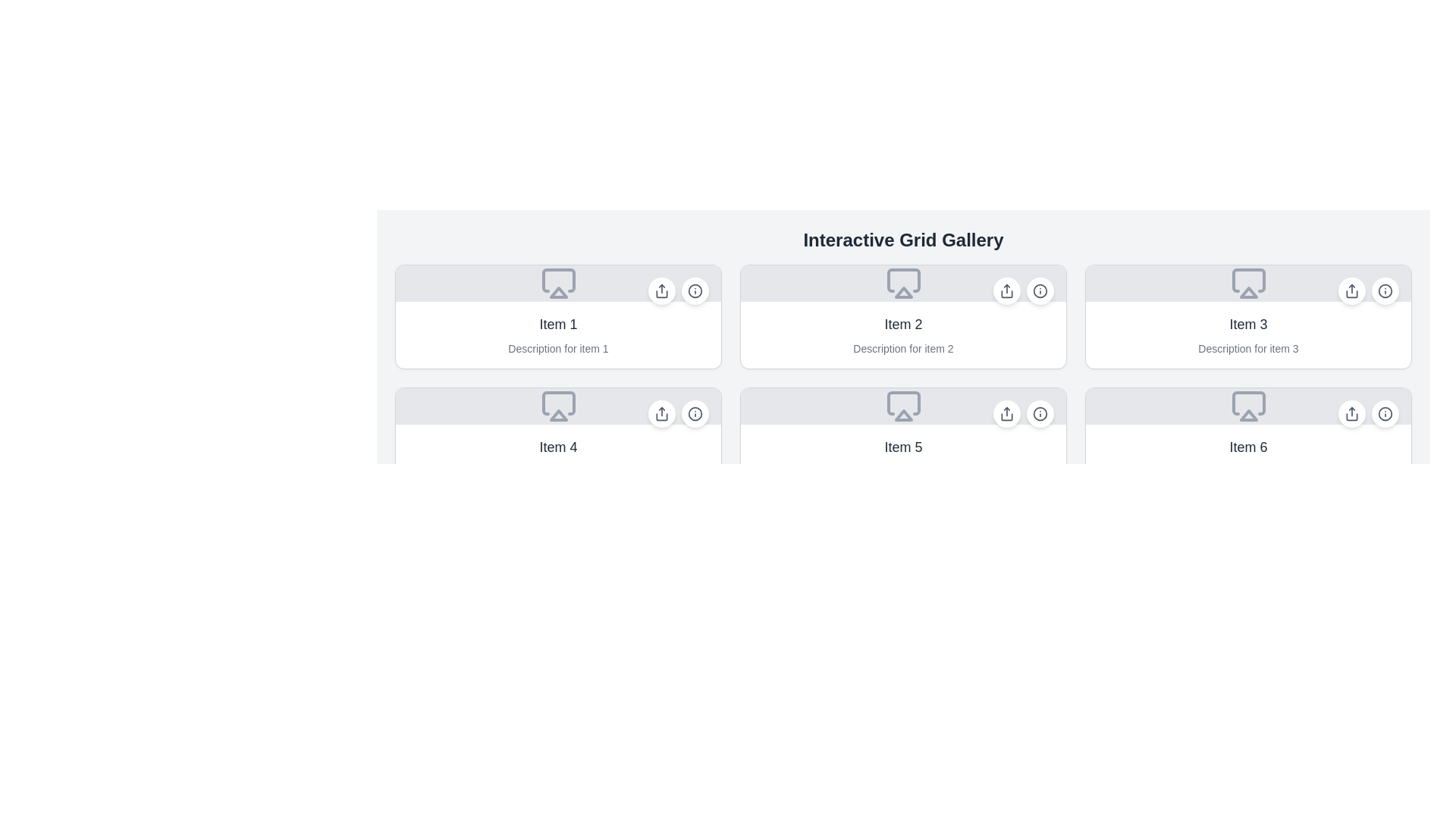  What do you see at coordinates (1351, 414) in the screenshot?
I see `the circular button with a white background and a centered upward arrow icon located at the top-right corner of the 'Item 6' card` at bounding box center [1351, 414].